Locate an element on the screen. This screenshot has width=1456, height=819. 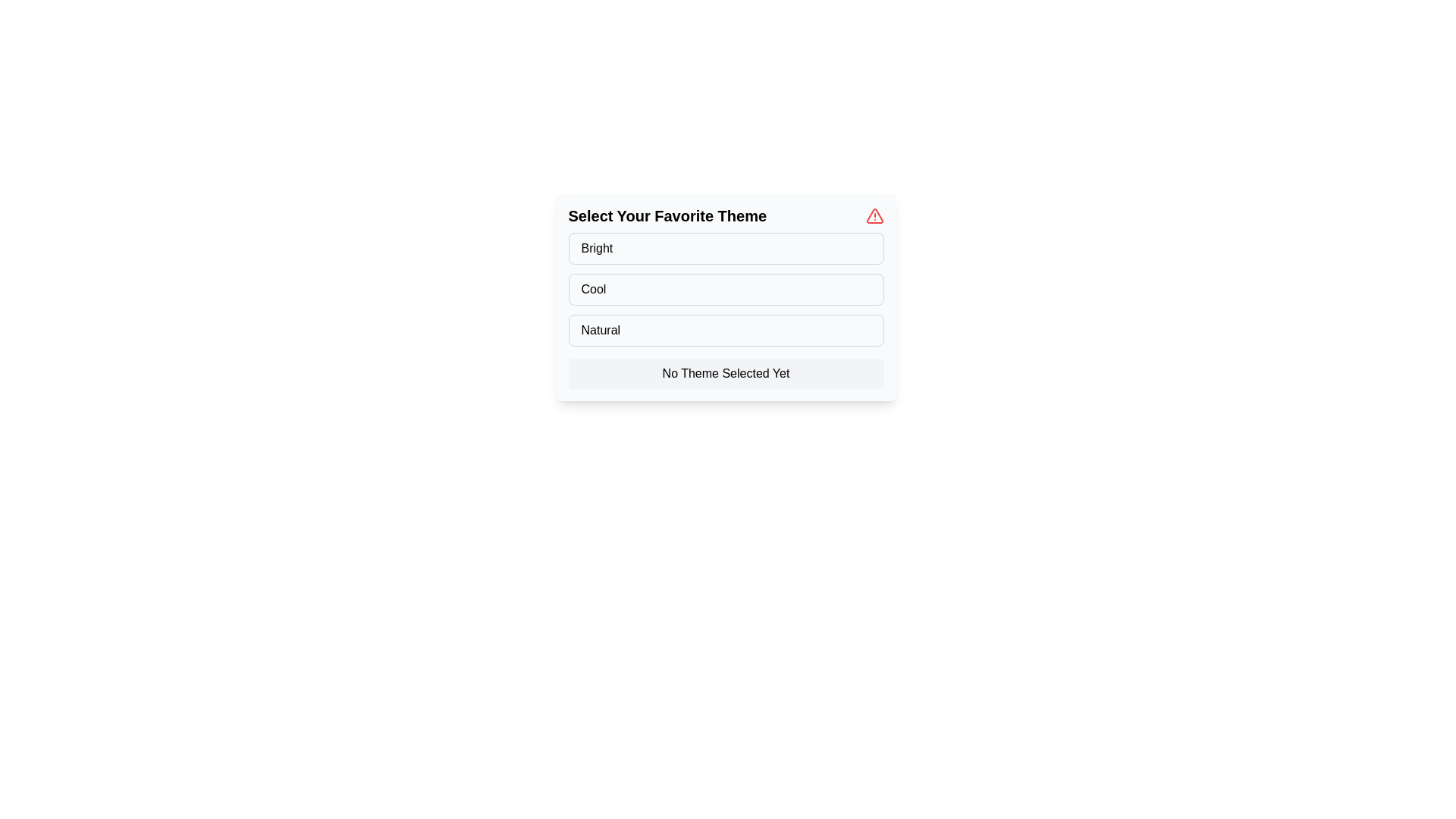
the text element displaying 'Select Your Favorite Theme' that is styled in bold and positioned at the top-left corner of the card layout is located at coordinates (667, 216).